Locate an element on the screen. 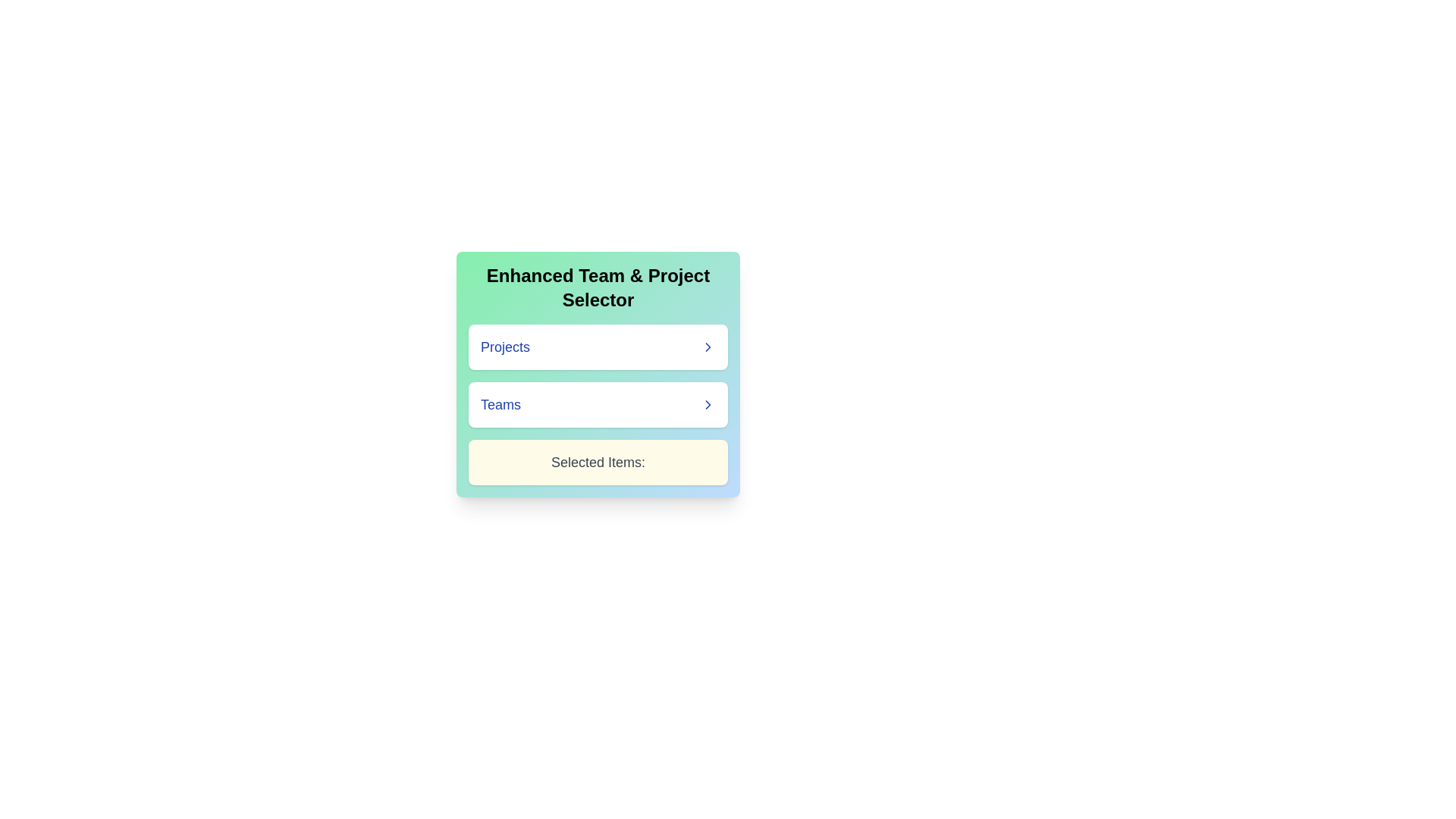 The height and width of the screenshot is (819, 1456). the static text label indicating 'Selected Items', which is located within a light yellow box beneath the Projects and Teams dropdown buttons is located at coordinates (597, 461).